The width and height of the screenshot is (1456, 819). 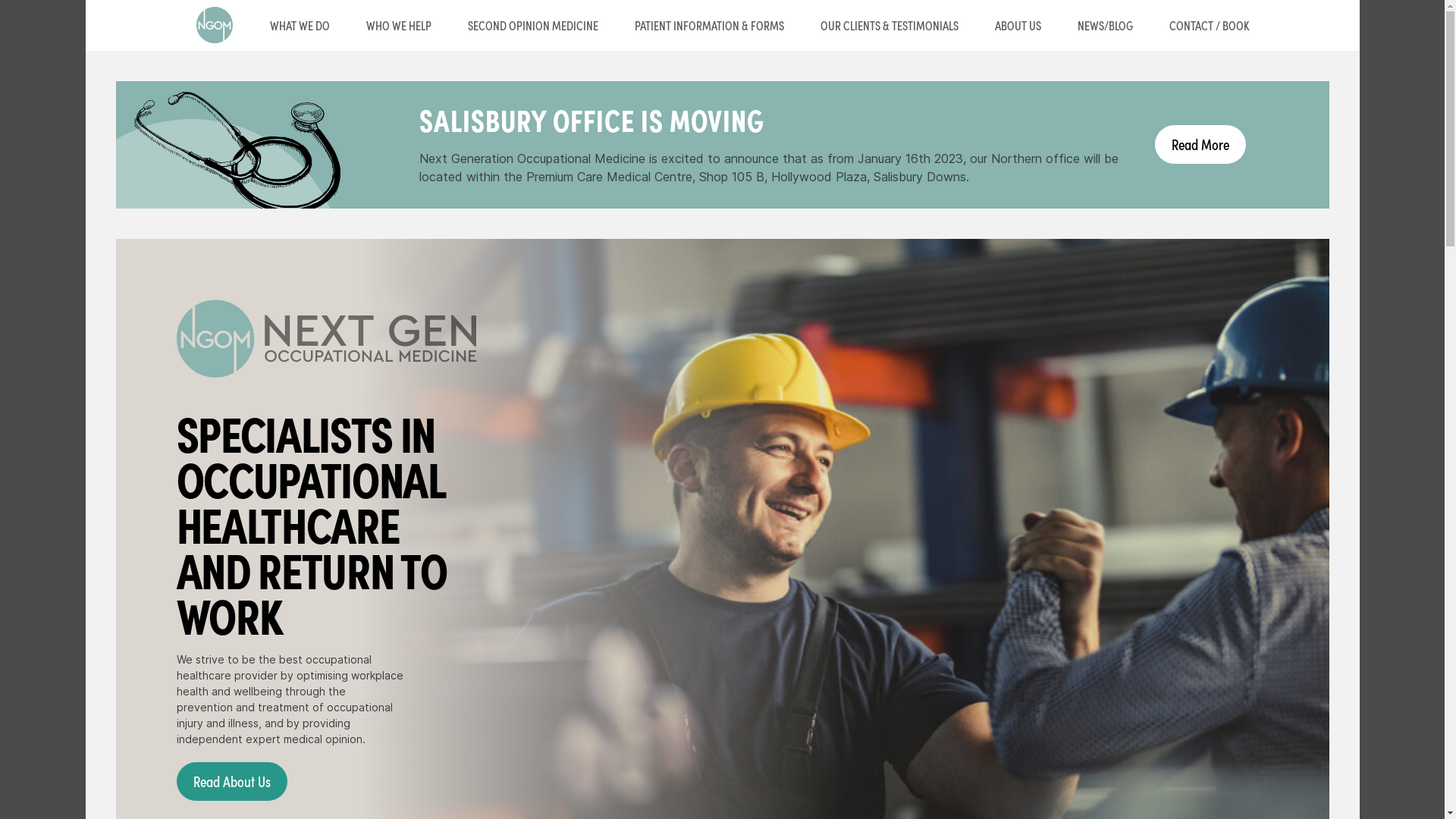 What do you see at coordinates (1104, 25) in the screenshot?
I see `'NEWS/BLOG'` at bounding box center [1104, 25].